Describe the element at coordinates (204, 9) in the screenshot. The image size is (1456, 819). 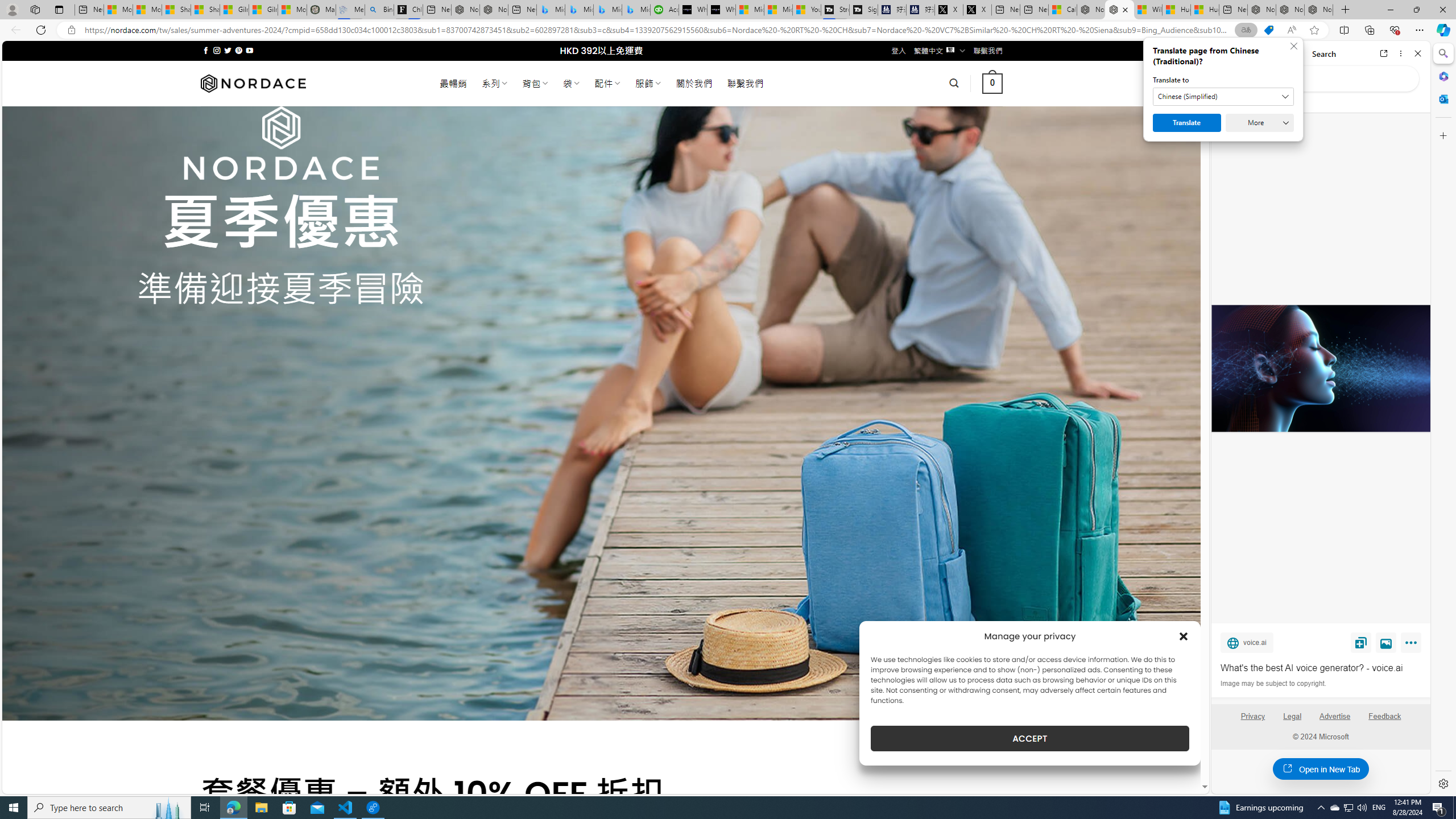
I see `'Shanghai, China weather forecast | Microsoft Weather'` at that location.